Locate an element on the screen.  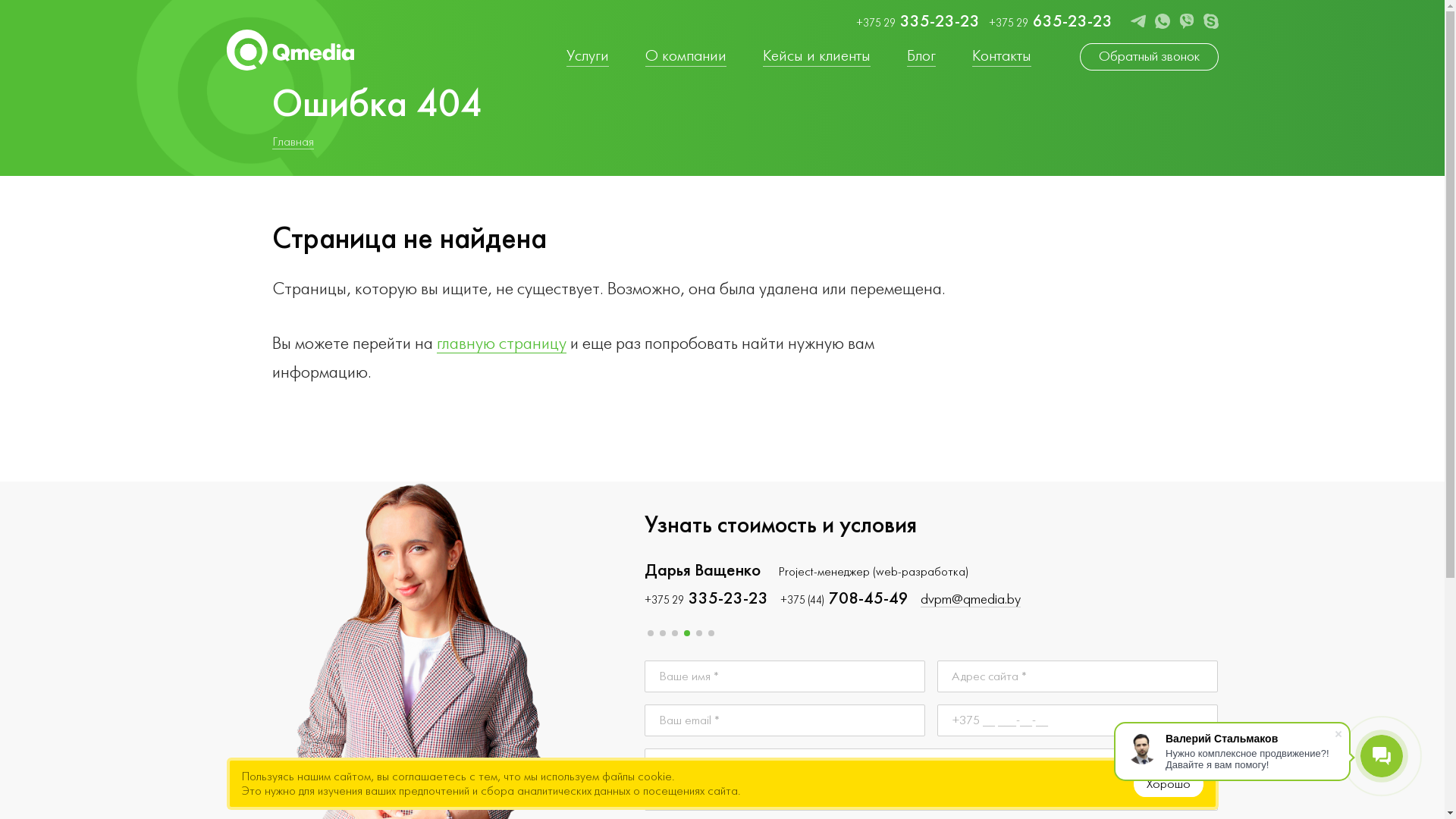
'+375 29 635-23-23' is located at coordinates (1050, 22).